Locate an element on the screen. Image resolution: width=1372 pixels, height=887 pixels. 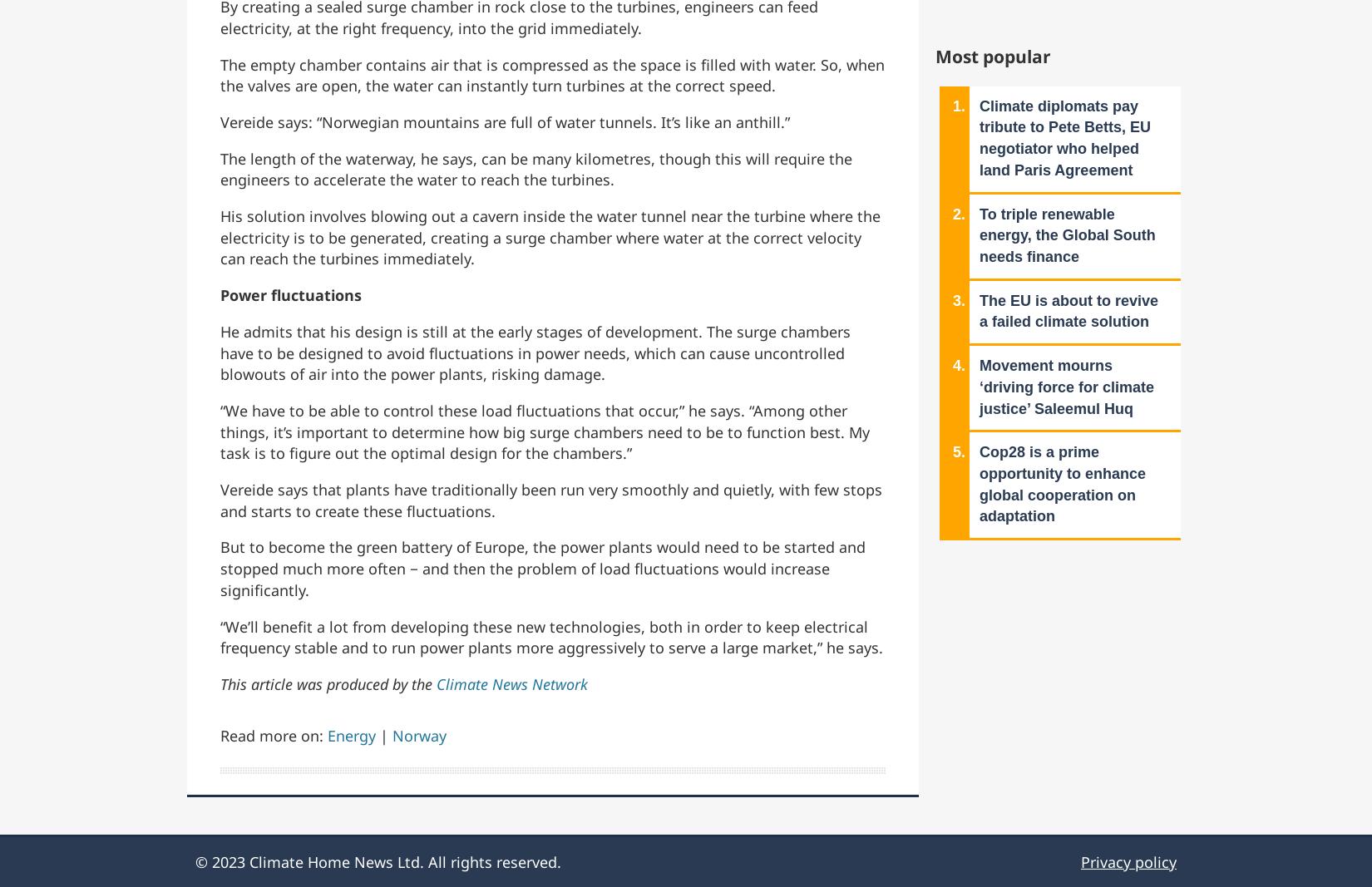
'Climate News Network' is located at coordinates (511, 682).